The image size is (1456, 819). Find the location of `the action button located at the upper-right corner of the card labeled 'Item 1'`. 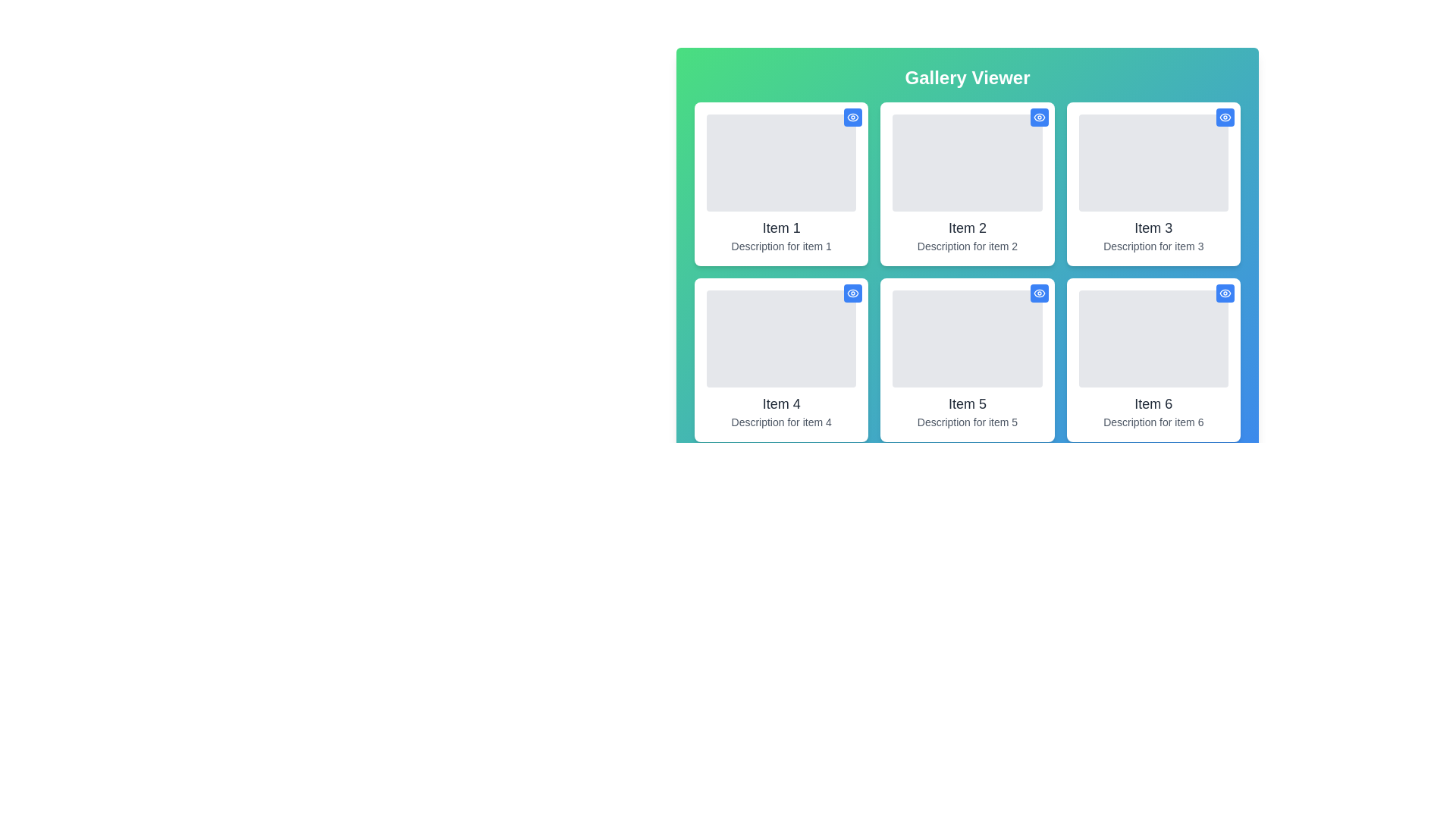

the action button located at the upper-right corner of the card labeled 'Item 1' is located at coordinates (853, 116).